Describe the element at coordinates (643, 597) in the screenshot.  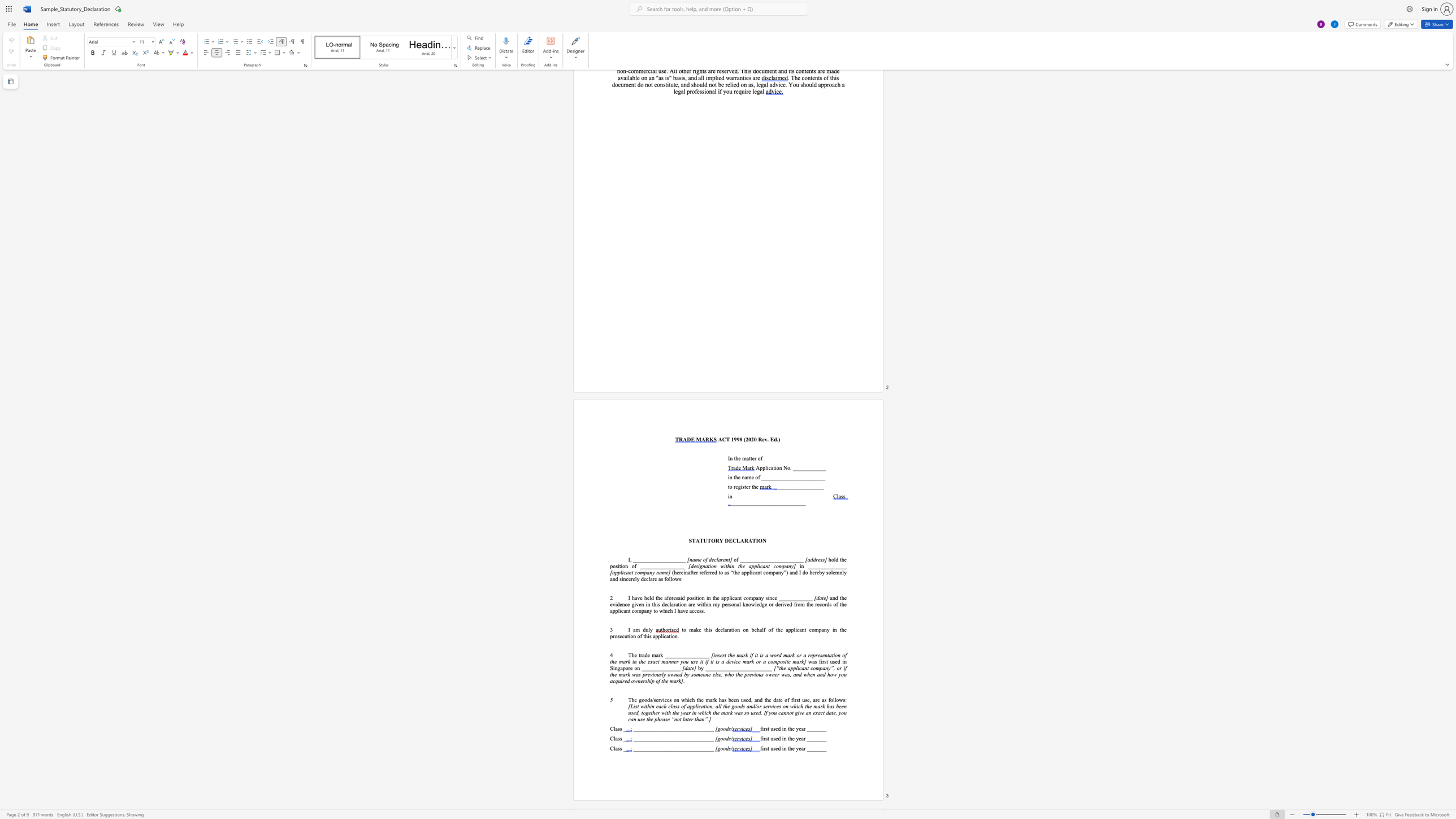
I see `the subset text "held the" within the text "I have held the"` at that location.